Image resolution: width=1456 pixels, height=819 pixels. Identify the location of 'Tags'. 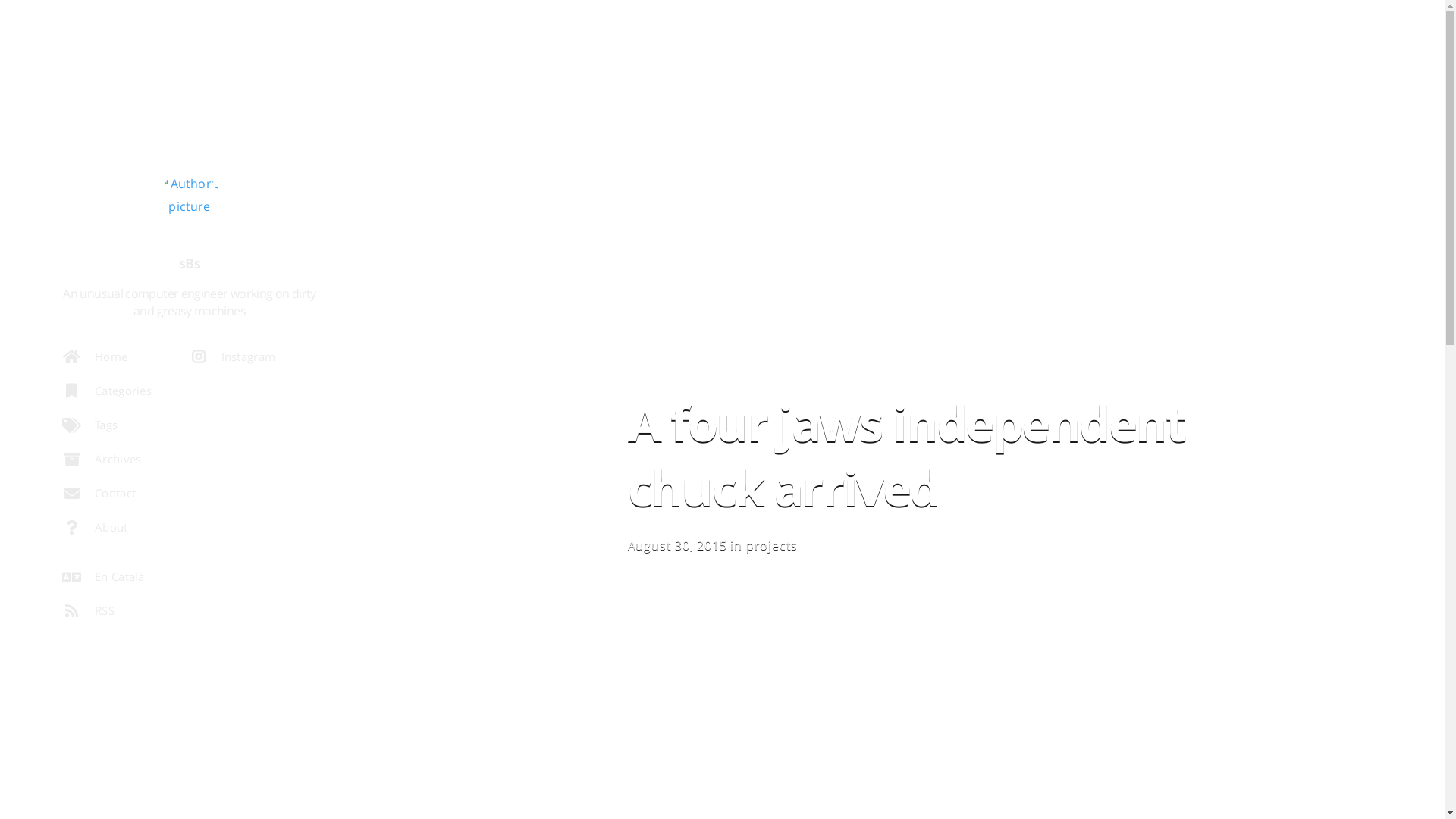
(115, 428).